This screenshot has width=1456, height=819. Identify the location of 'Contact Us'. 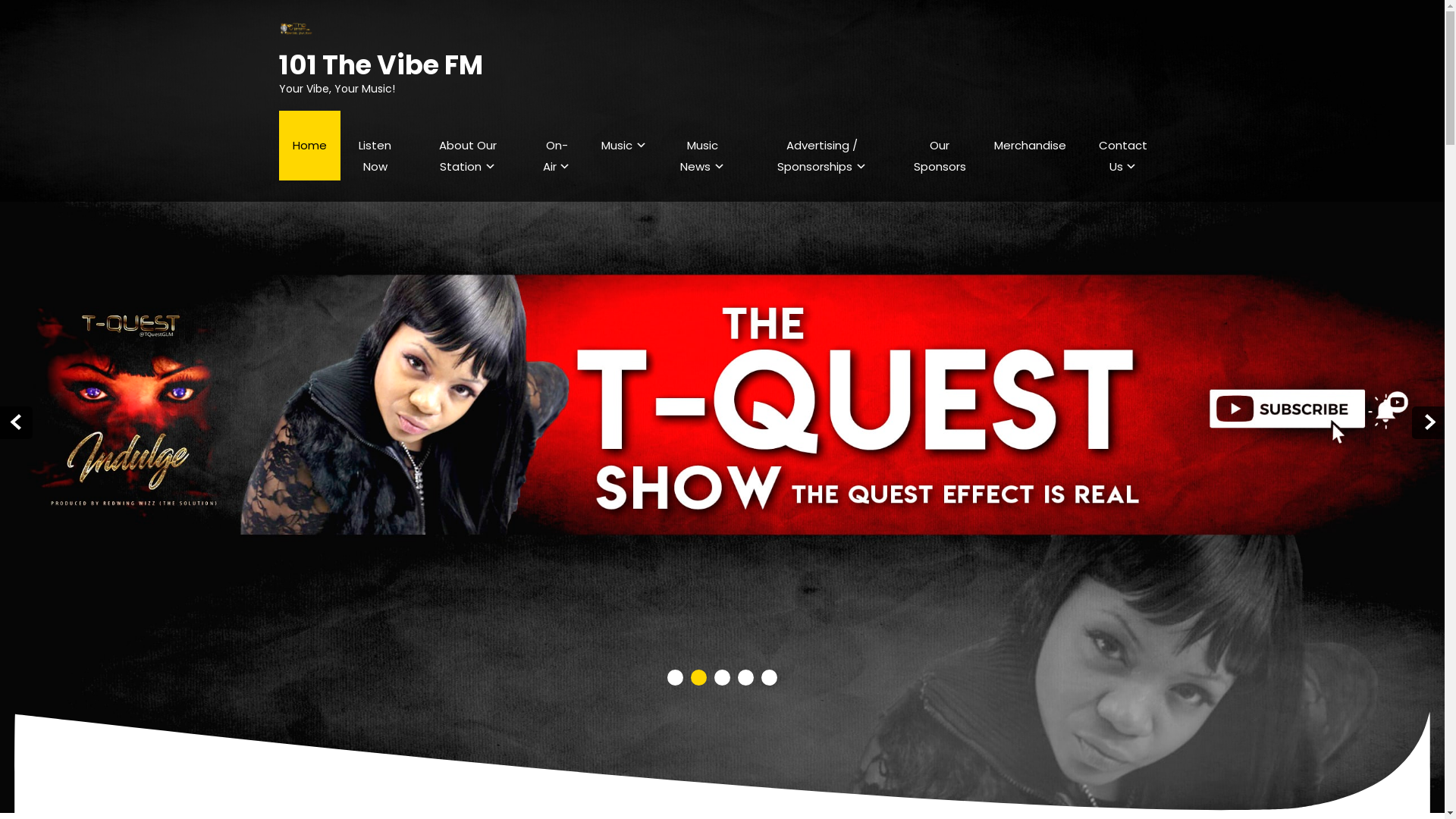
(1122, 155).